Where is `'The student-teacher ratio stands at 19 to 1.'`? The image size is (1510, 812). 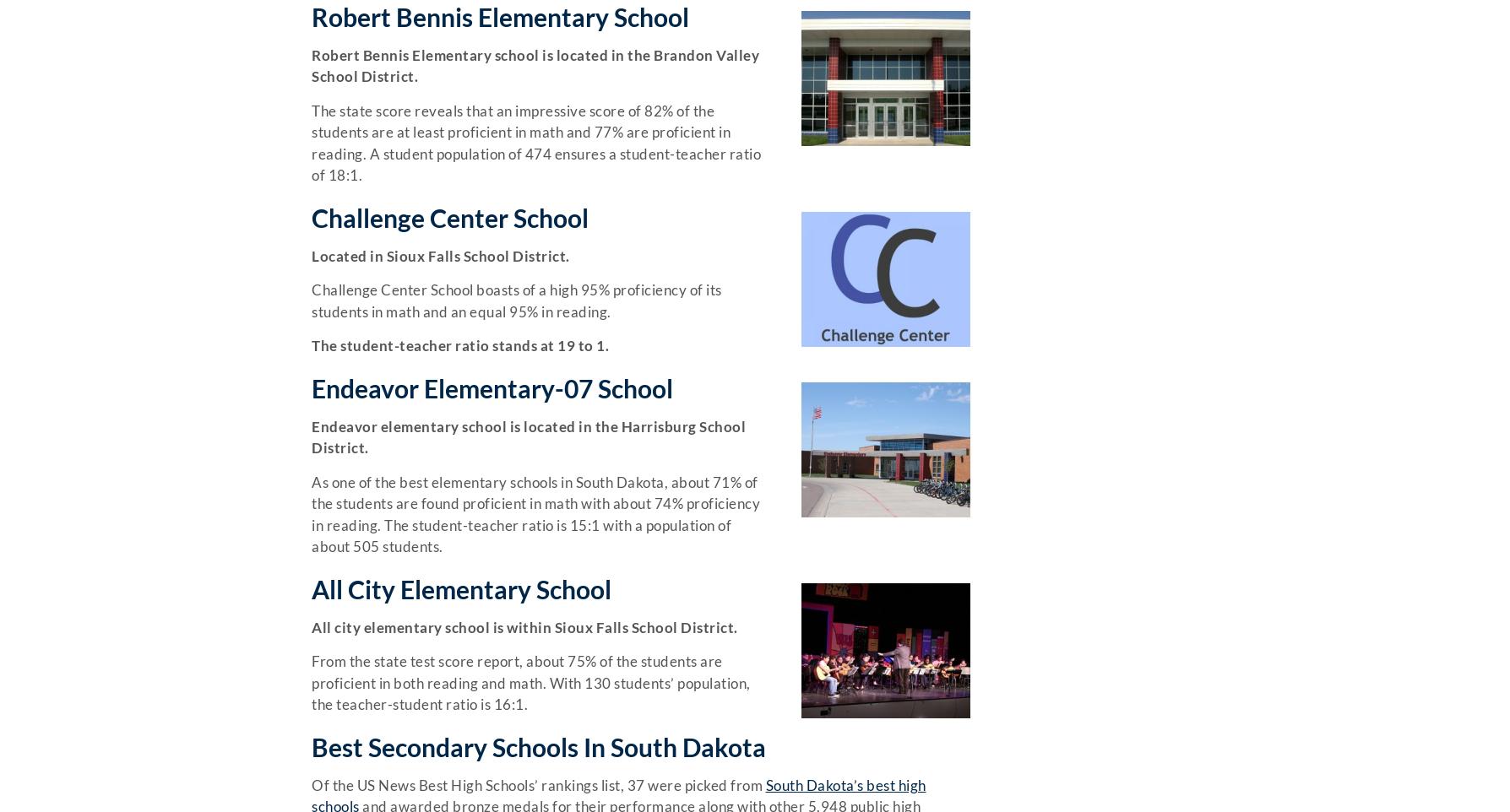
'The student-teacher ratio stands at 19 to 1.' is located at coordinates (311, 344).